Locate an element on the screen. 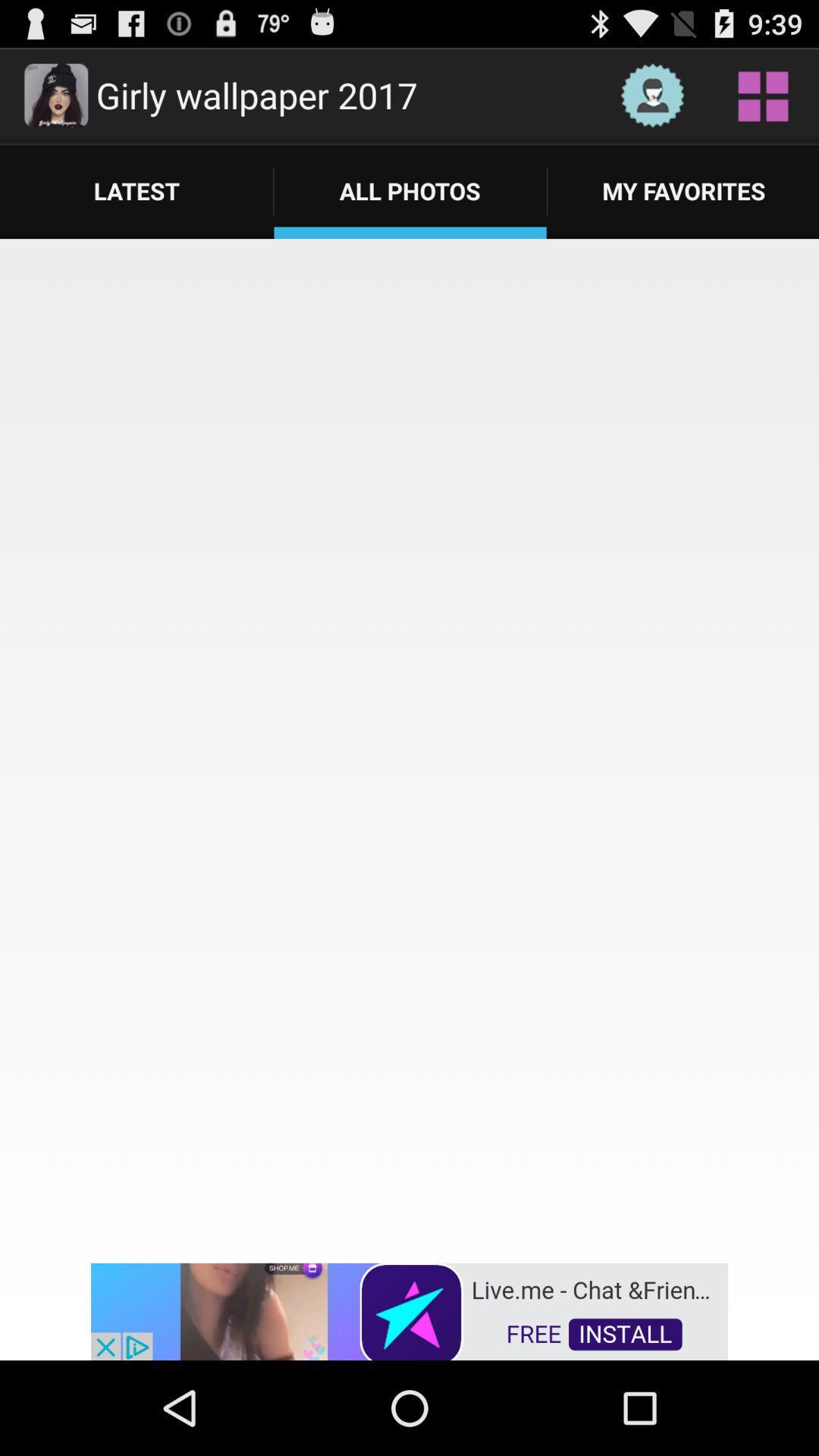 The image size is (819, 1456). wallpaper is located at coordinates (763, 94).